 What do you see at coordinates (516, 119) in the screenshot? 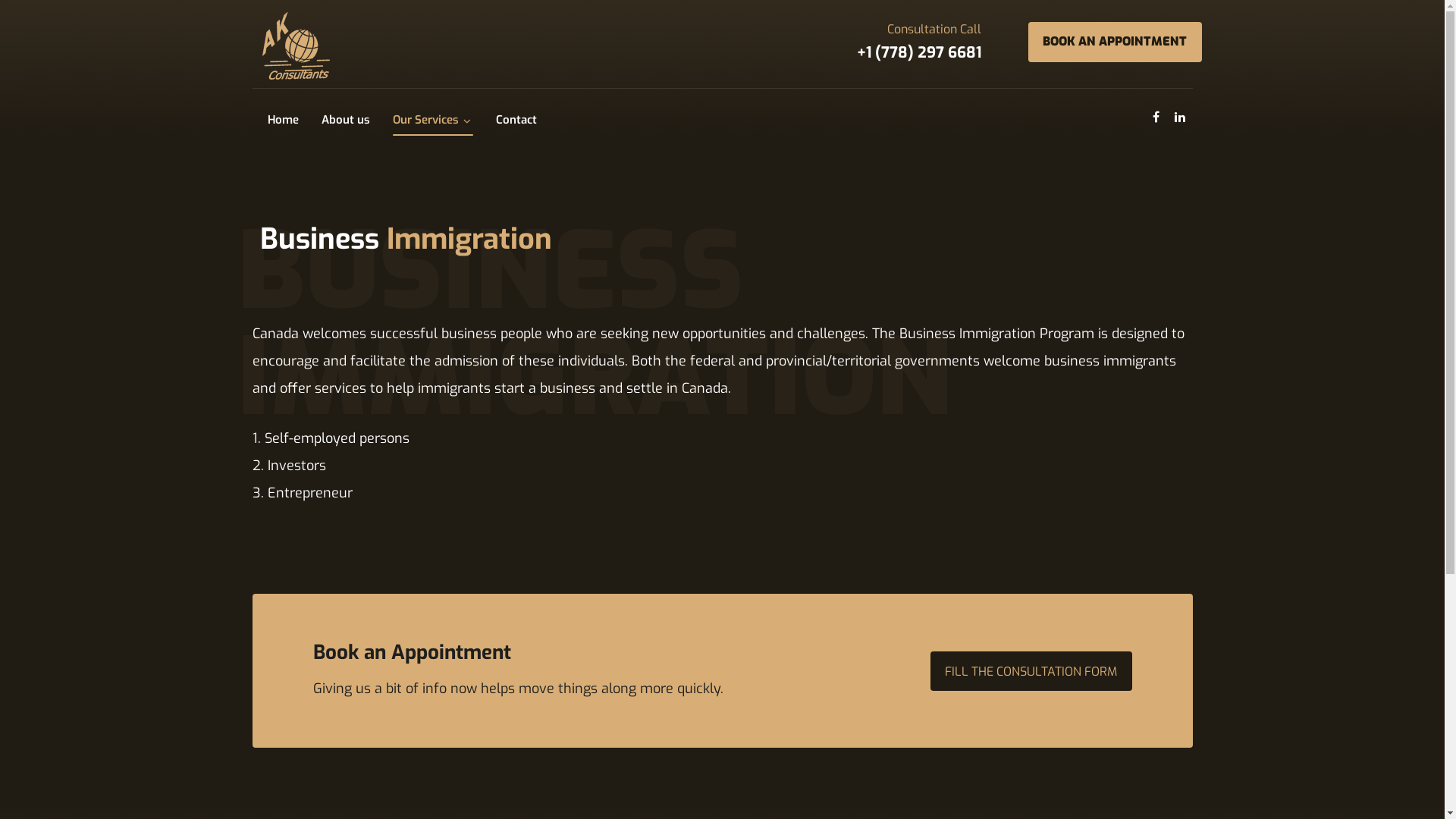
I see `'Contact'` at bounding box center [516, 119].